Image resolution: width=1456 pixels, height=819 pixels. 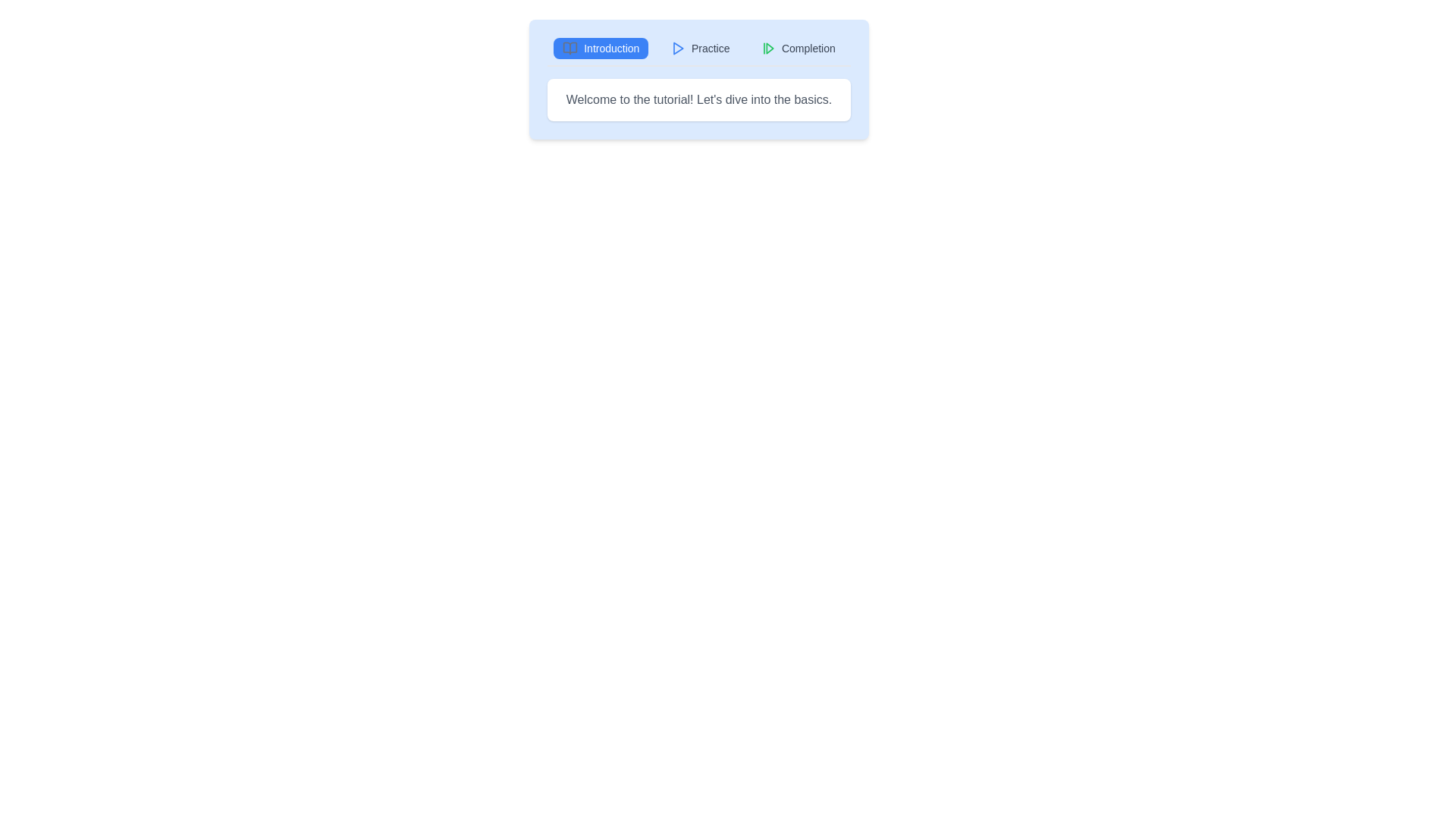 I want to click on the text content area to select the text, so click(x=698, y=99).